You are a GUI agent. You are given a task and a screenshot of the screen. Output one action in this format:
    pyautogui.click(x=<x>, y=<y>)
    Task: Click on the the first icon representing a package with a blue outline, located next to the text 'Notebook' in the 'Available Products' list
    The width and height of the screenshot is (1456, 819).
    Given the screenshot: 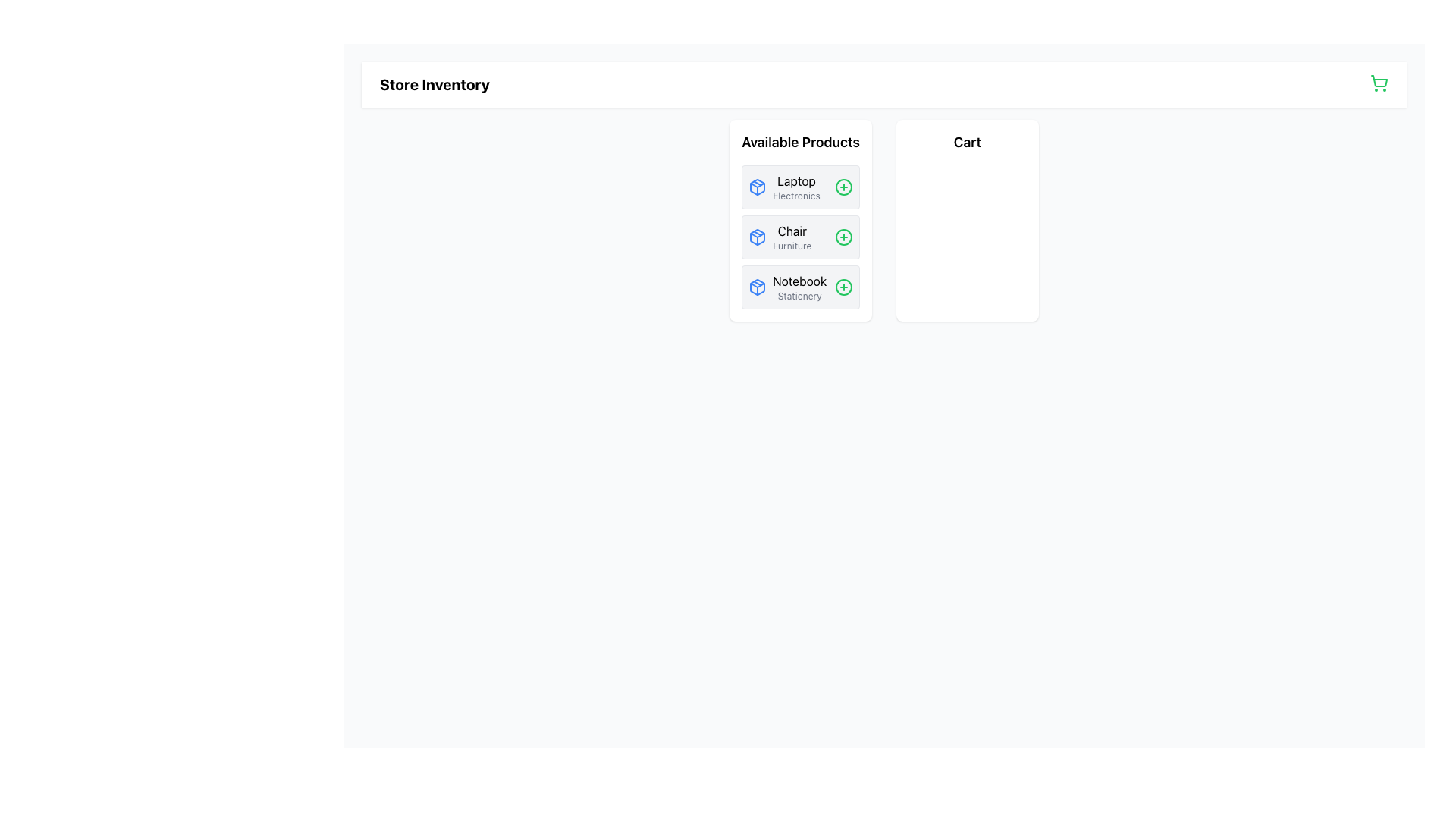 What is the action you would take?
    pyautogui.click(x=758, y=186)
    